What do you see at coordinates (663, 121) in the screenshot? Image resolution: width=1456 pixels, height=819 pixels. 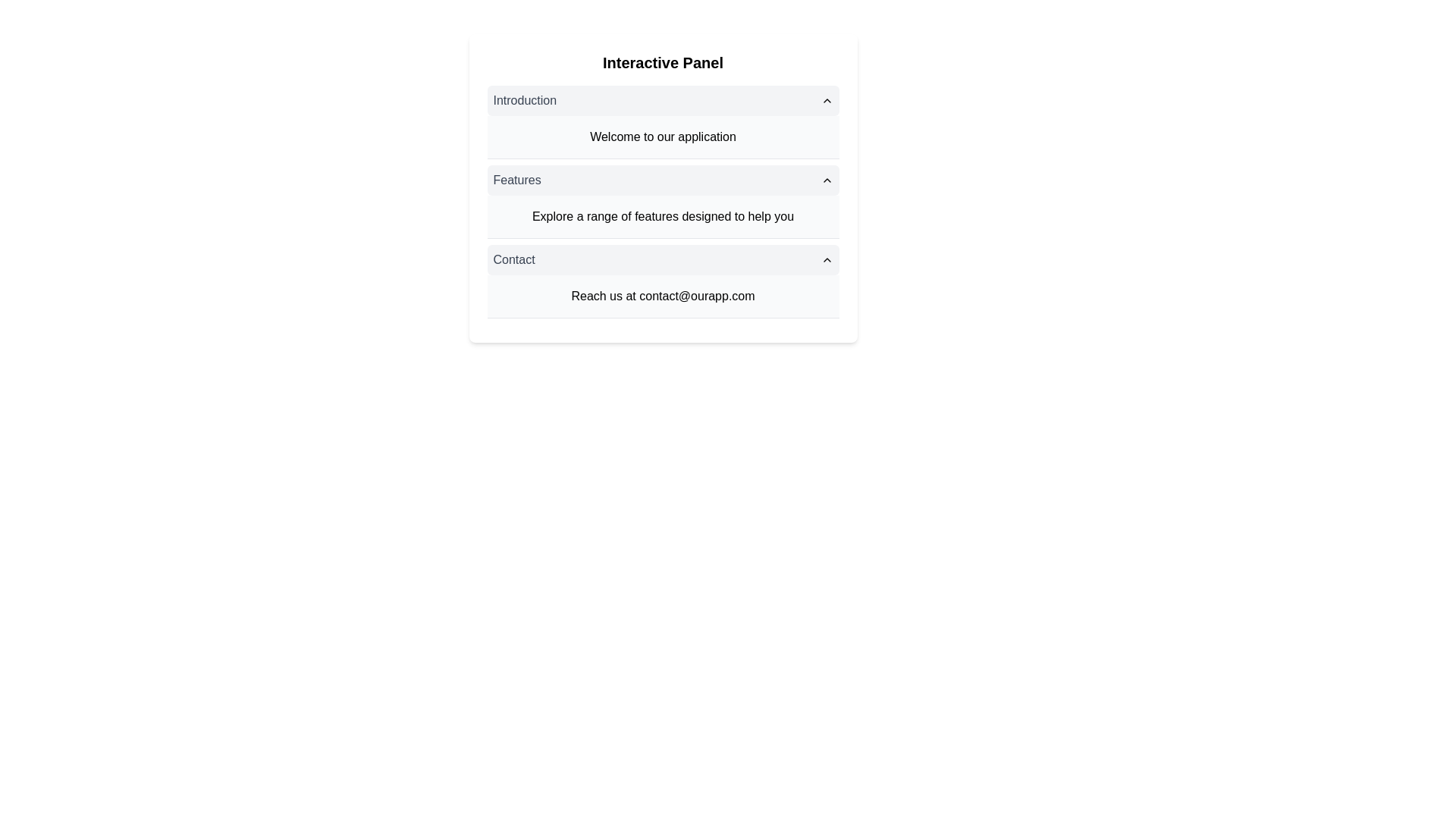 I see `description of the collapsible panel item titled 'Introduction' that states 'Welcome to our application'` at bounding box center [663, 121].